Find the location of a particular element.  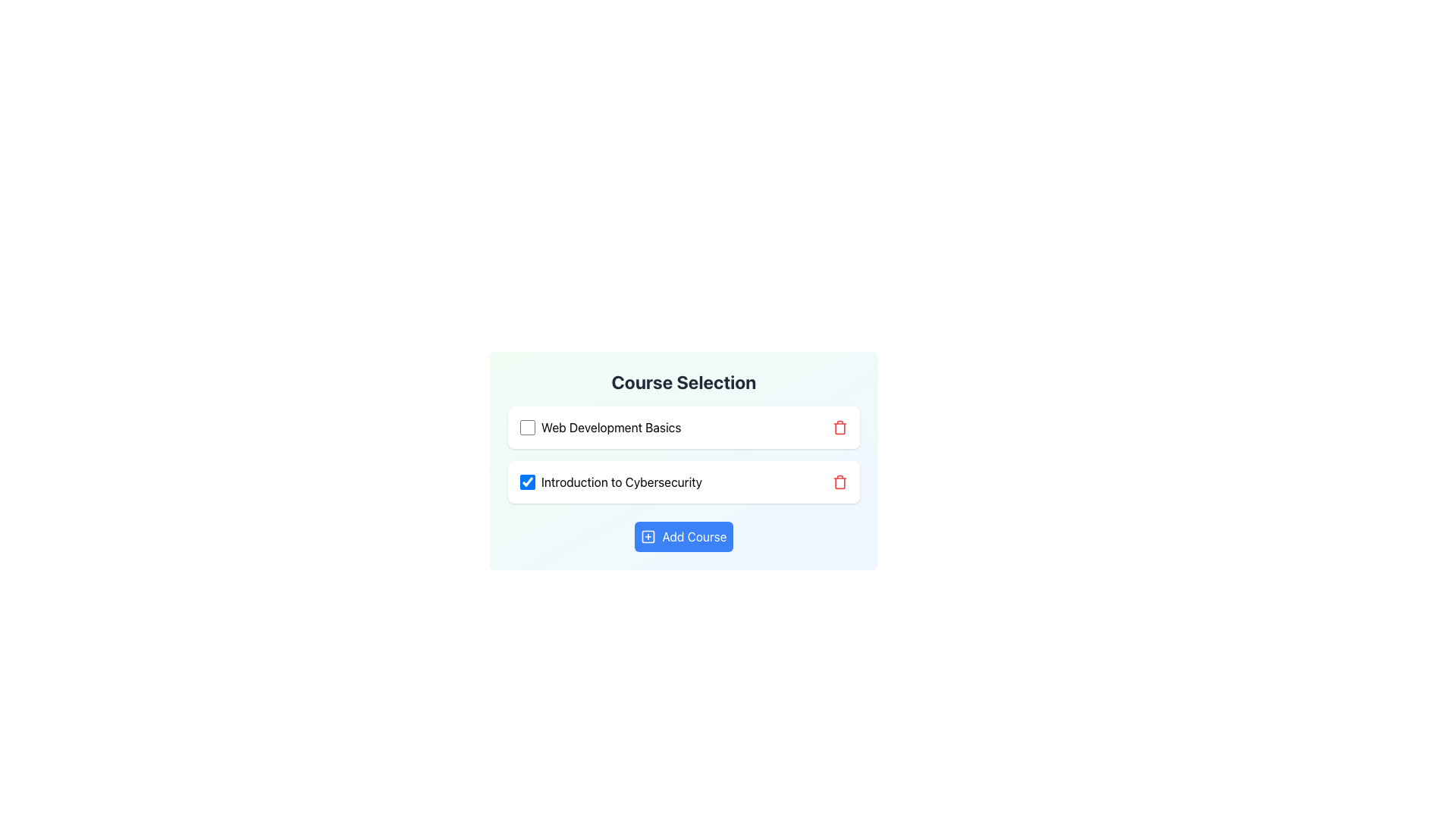

the centered blue button labeled 'Add Course' with a plus-sign icon, located at the bottom section of the 'Course Selection' card interface is located at coordinates (683, 536).